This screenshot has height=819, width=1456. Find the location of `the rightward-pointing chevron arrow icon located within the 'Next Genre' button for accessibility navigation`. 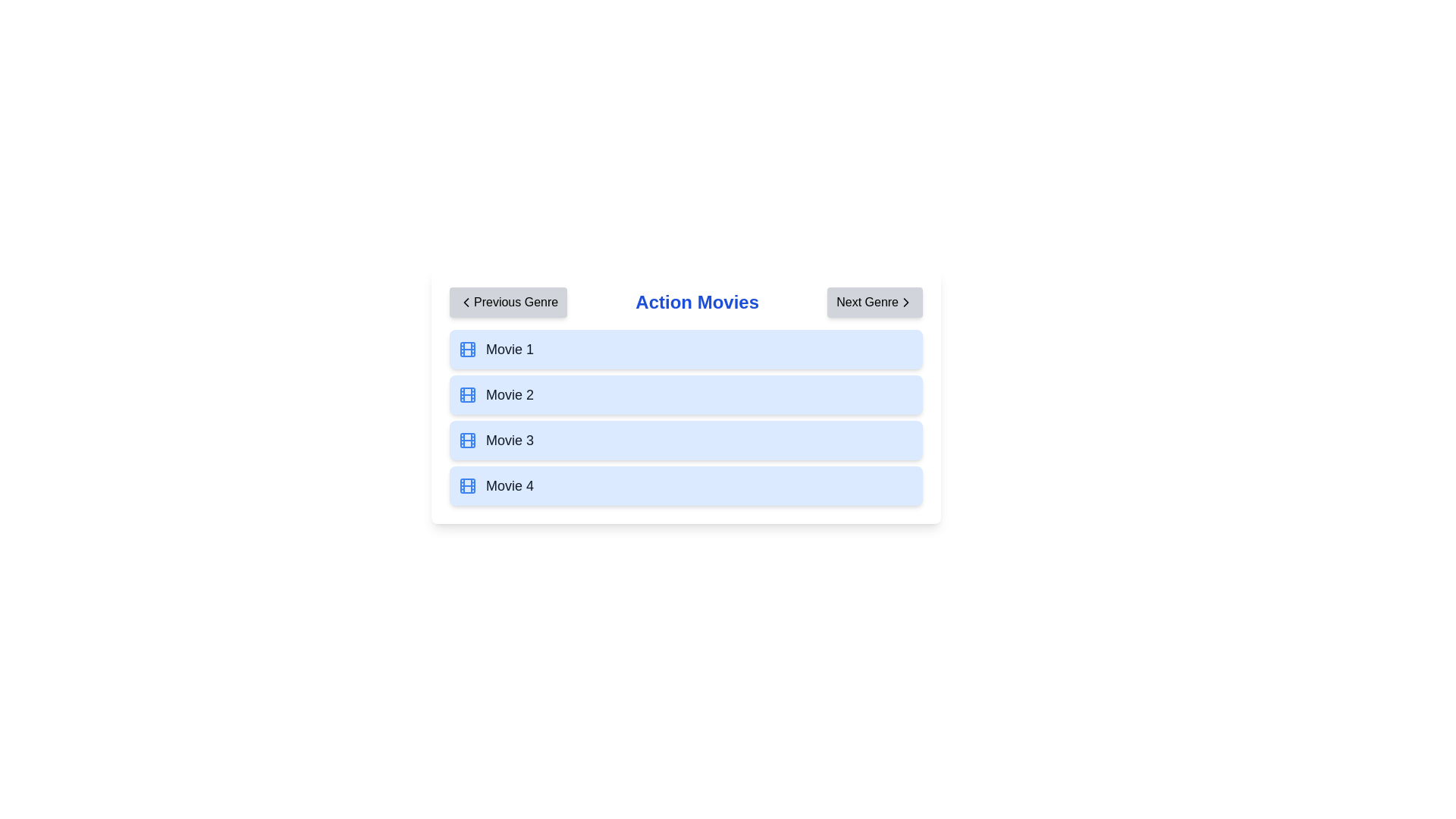

the rightward-pointing chevron arrow icon located within the 'Next Genre' button for accessibility navigation is located at coordinates (906, 302).